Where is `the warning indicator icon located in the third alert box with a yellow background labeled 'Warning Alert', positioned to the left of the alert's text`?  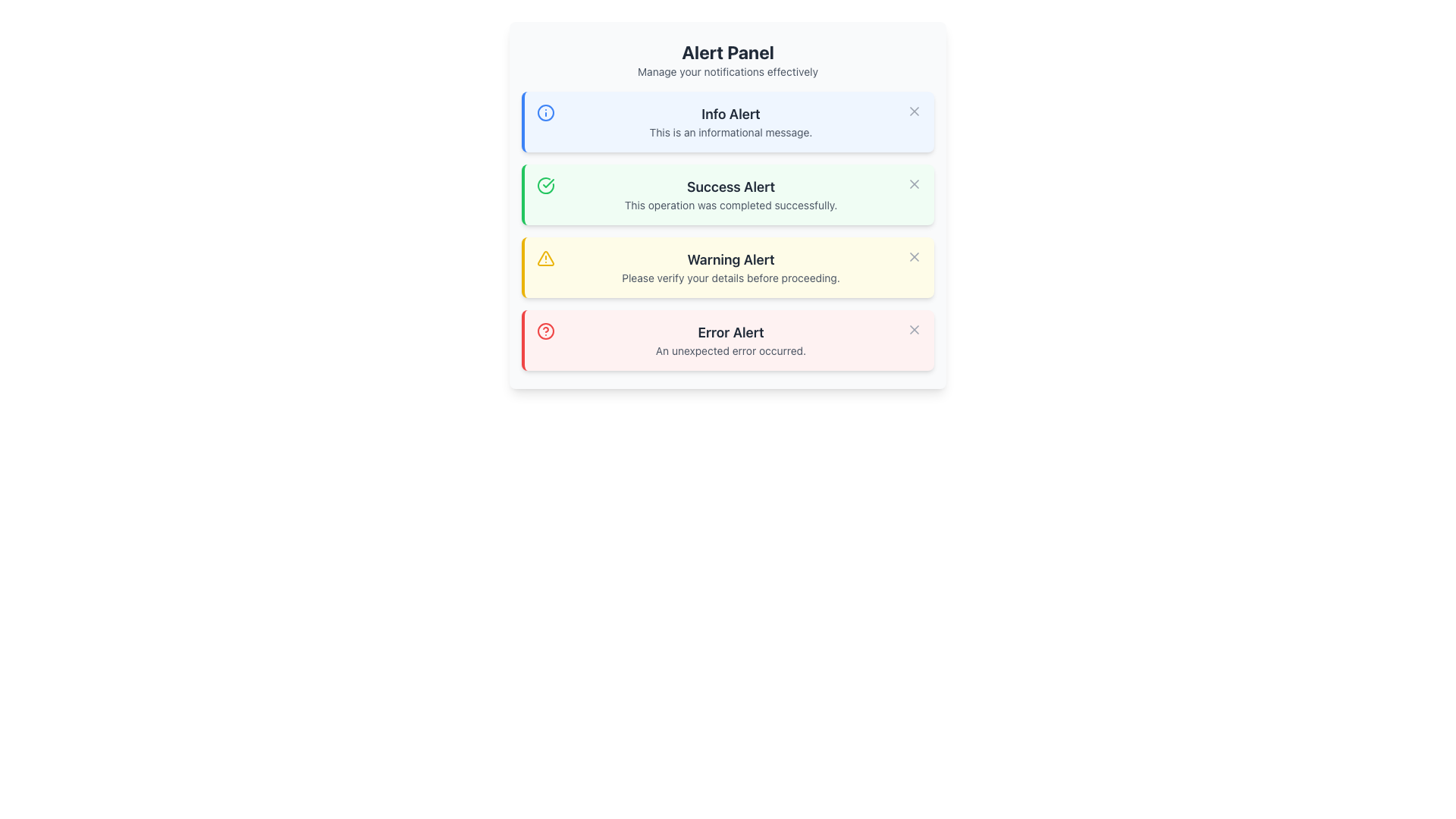 the warning indicator icon located in the third alert box with a yellow background labeled 'Warning Alert', positioned to the left of the alert's text is located at coordinates (546, 257).